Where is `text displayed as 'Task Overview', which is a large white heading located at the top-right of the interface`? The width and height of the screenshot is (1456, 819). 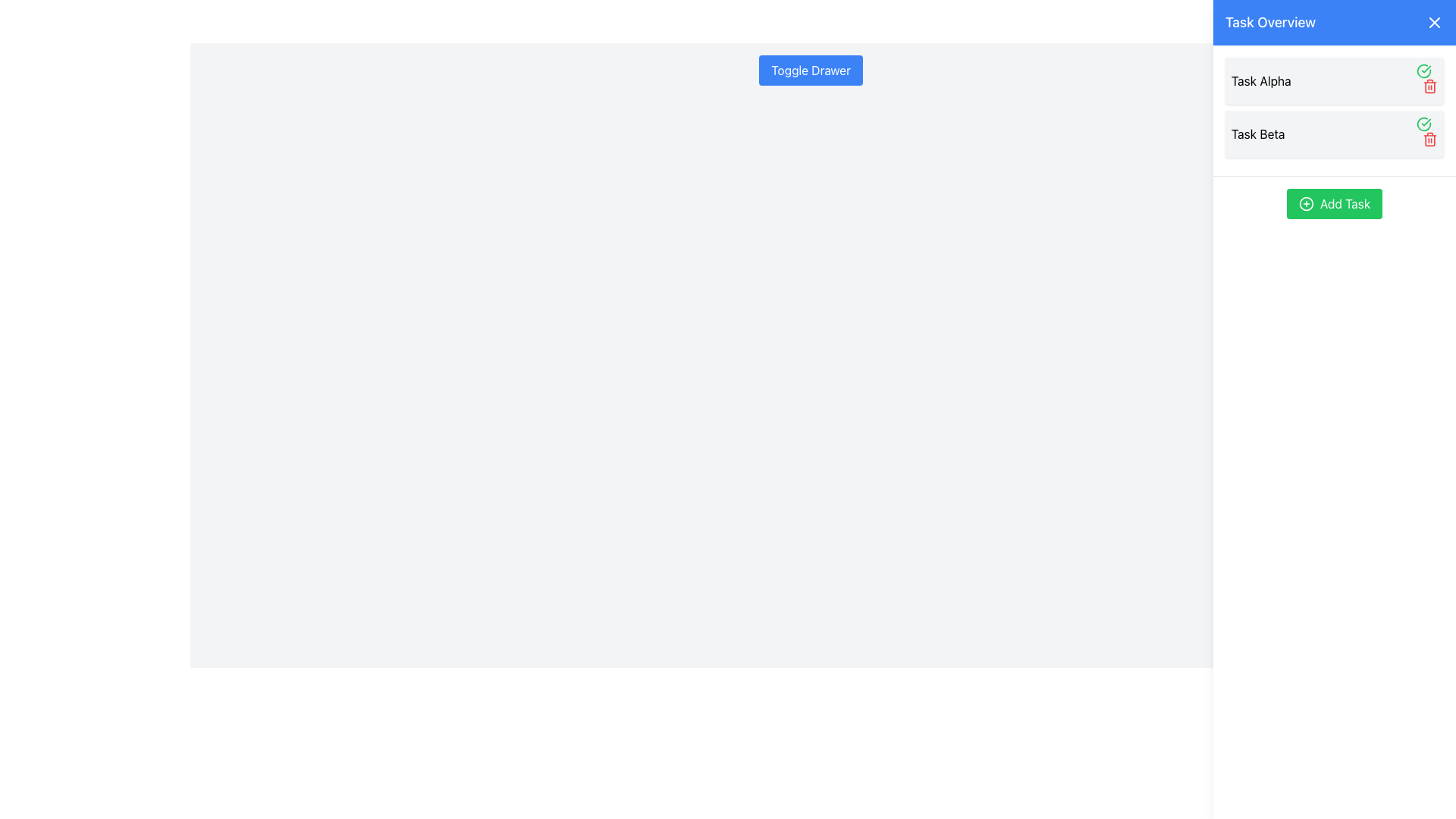 text displayed as 'Task Overview', which is a large white heading located at the top-right of the interface is located at coordinates (1270, 23).